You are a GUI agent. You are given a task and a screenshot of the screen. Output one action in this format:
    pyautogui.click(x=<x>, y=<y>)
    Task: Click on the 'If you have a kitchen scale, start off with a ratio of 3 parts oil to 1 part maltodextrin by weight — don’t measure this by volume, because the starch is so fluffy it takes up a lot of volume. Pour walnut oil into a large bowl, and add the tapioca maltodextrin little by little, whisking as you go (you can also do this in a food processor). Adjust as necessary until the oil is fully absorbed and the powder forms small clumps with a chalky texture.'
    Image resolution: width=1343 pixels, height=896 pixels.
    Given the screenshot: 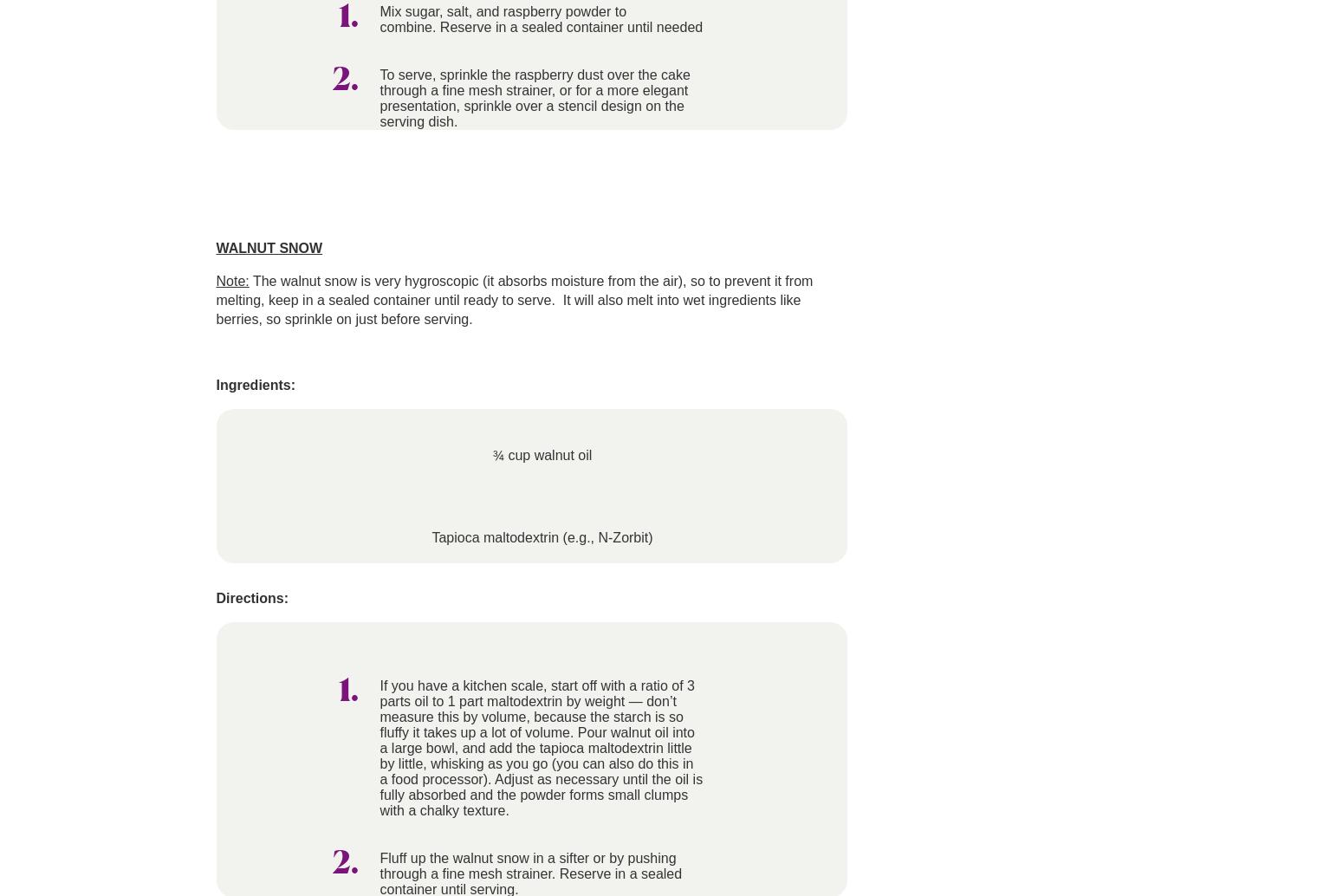 What is the action you would take?
    pyautogui.click(x=540, y=747)
    